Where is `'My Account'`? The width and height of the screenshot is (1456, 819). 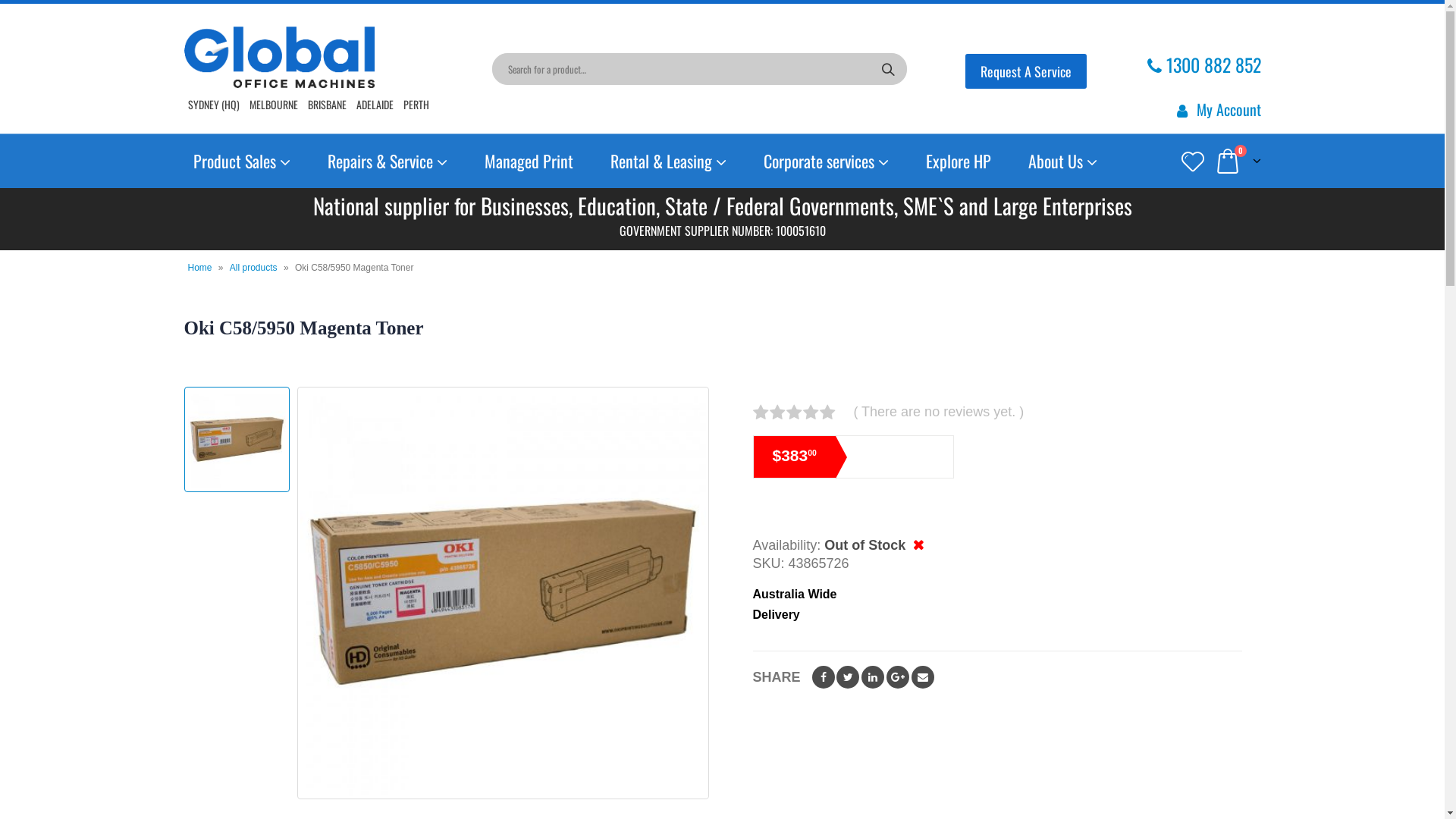
'My Account' is located at coordinates (1216, 108).